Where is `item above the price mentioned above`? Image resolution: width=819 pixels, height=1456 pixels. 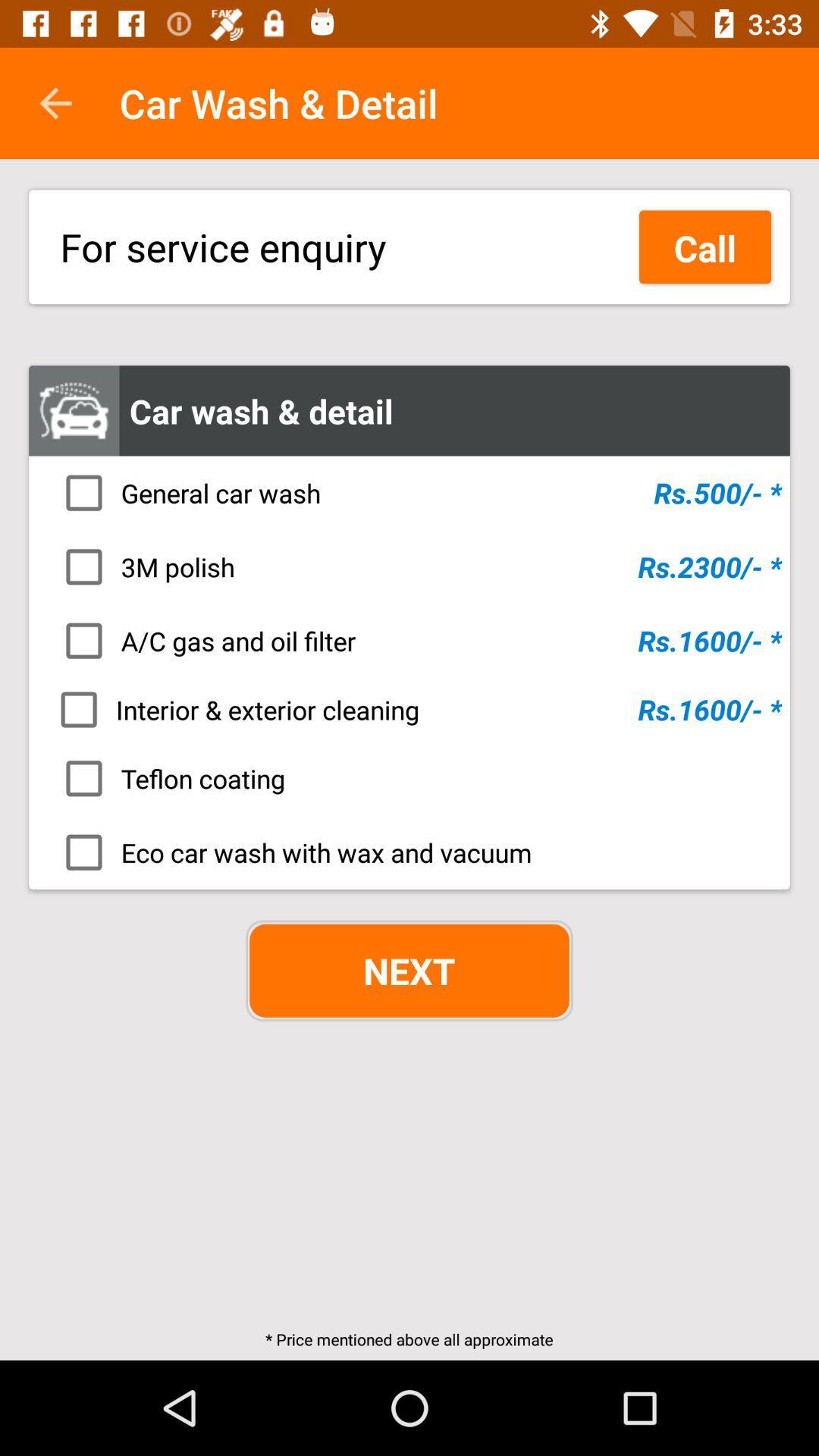 item above the price mentioned above is located at coordinates (409, 971).